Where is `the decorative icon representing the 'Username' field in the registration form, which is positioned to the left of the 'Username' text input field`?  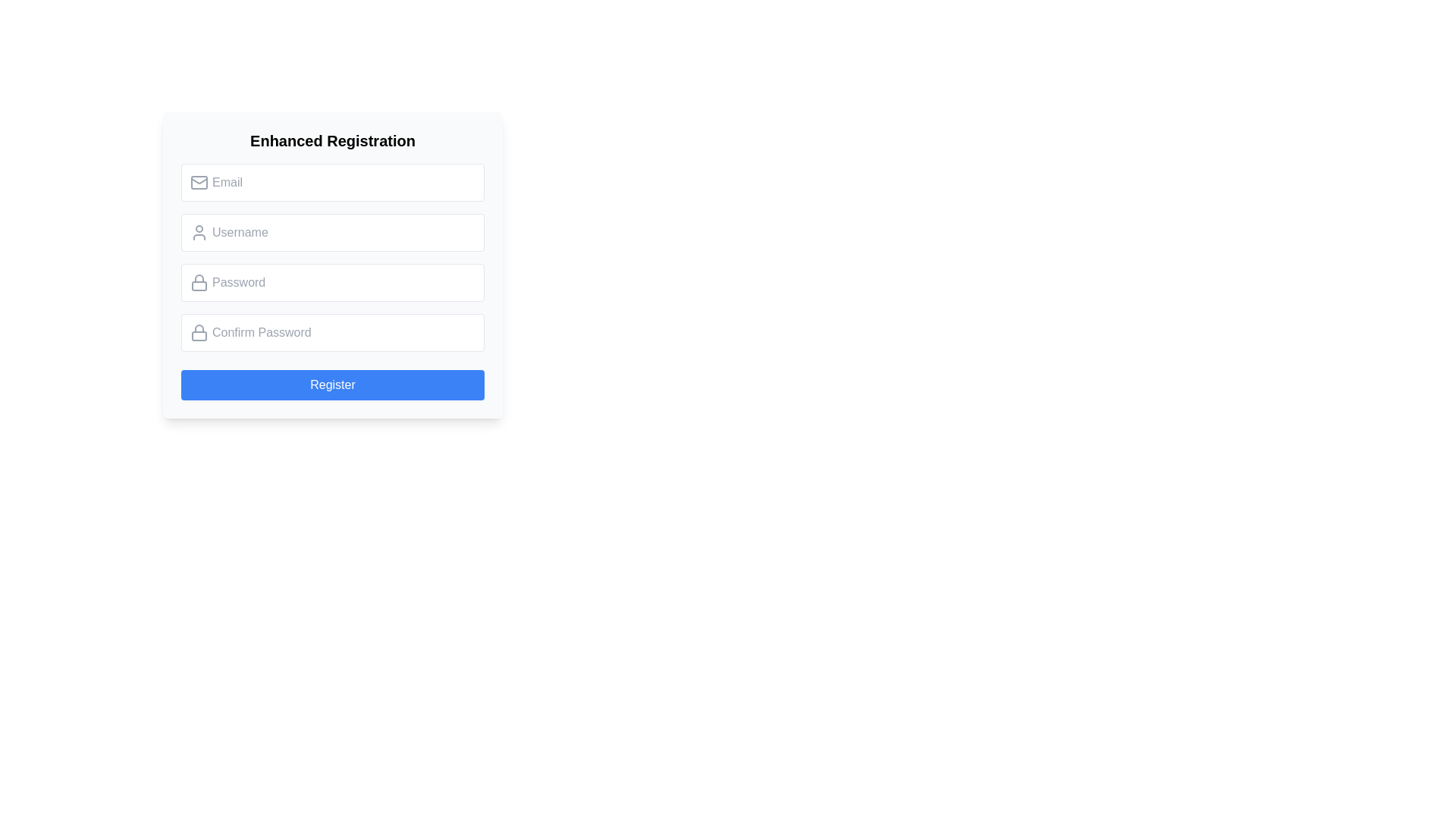
the decorative icon representing the 'Username' field in the registration form, which is positioned to the left of the 'Username' text input field is located at coordinates (199, 233).